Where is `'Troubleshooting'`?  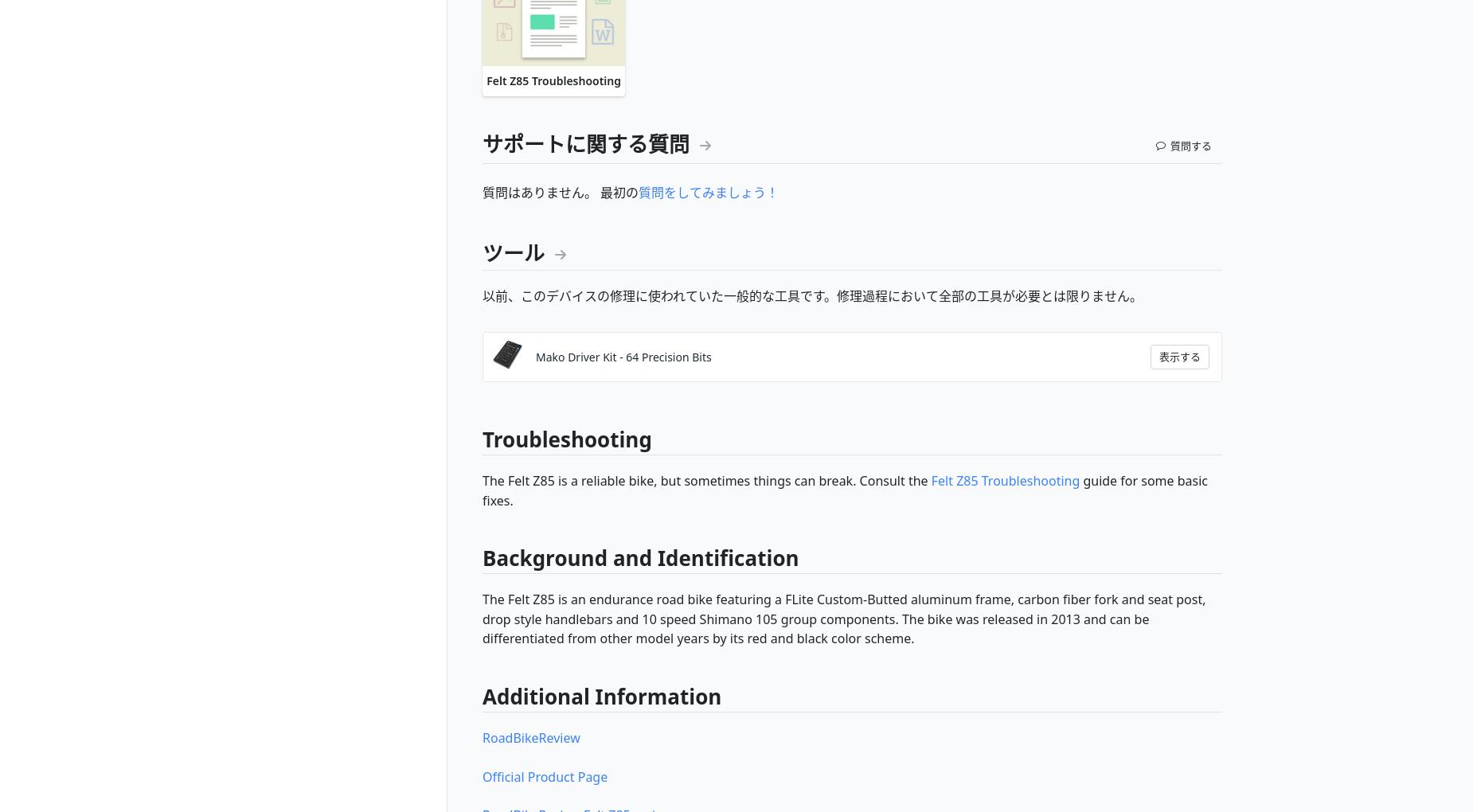
'Troubleshooting' is located at coordinates (483, 439).